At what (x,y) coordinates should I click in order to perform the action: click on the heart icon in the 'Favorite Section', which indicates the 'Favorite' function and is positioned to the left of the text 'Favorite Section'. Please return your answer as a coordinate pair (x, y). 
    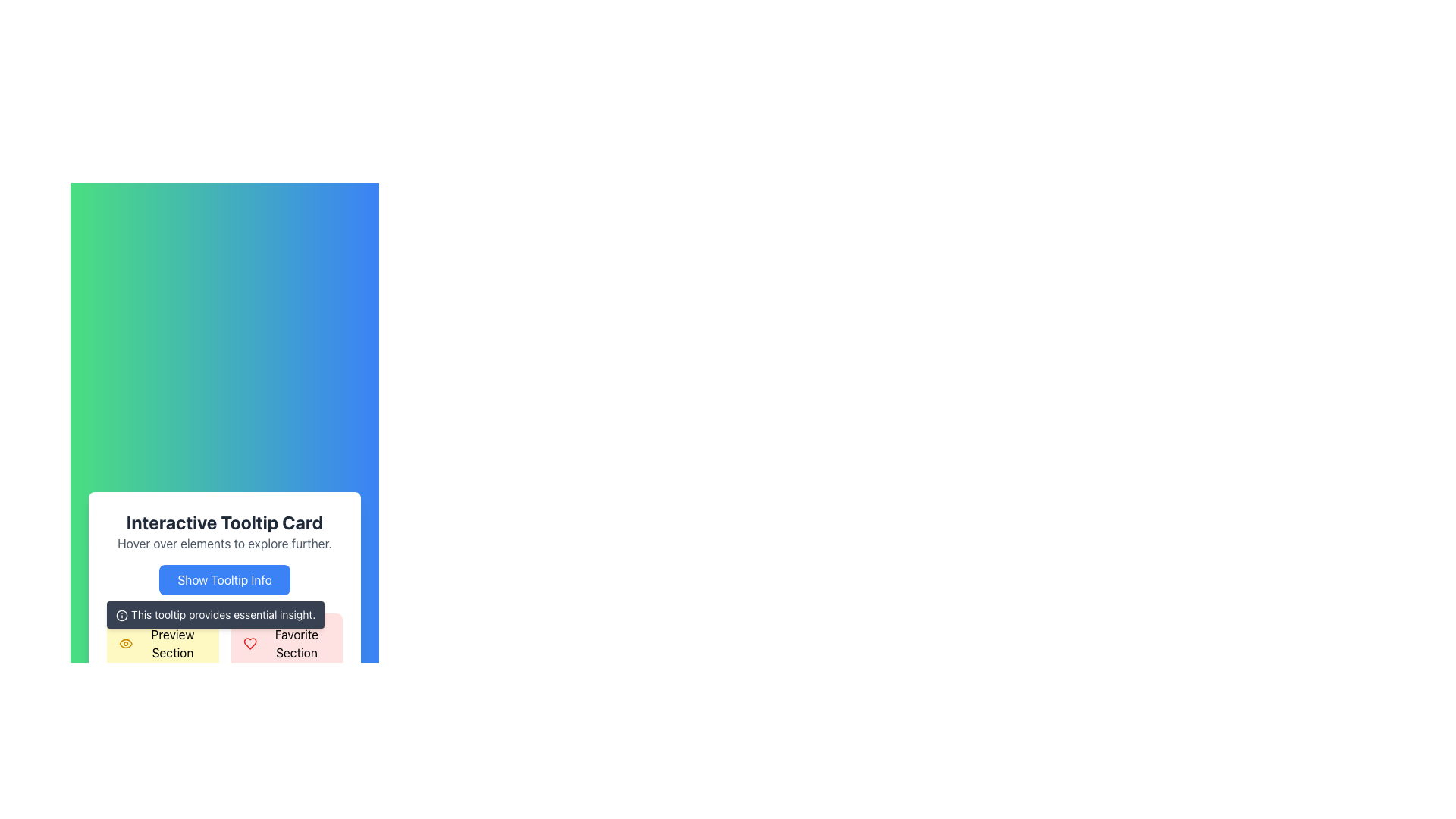
    Looking at the image, I should click on (249, 643).